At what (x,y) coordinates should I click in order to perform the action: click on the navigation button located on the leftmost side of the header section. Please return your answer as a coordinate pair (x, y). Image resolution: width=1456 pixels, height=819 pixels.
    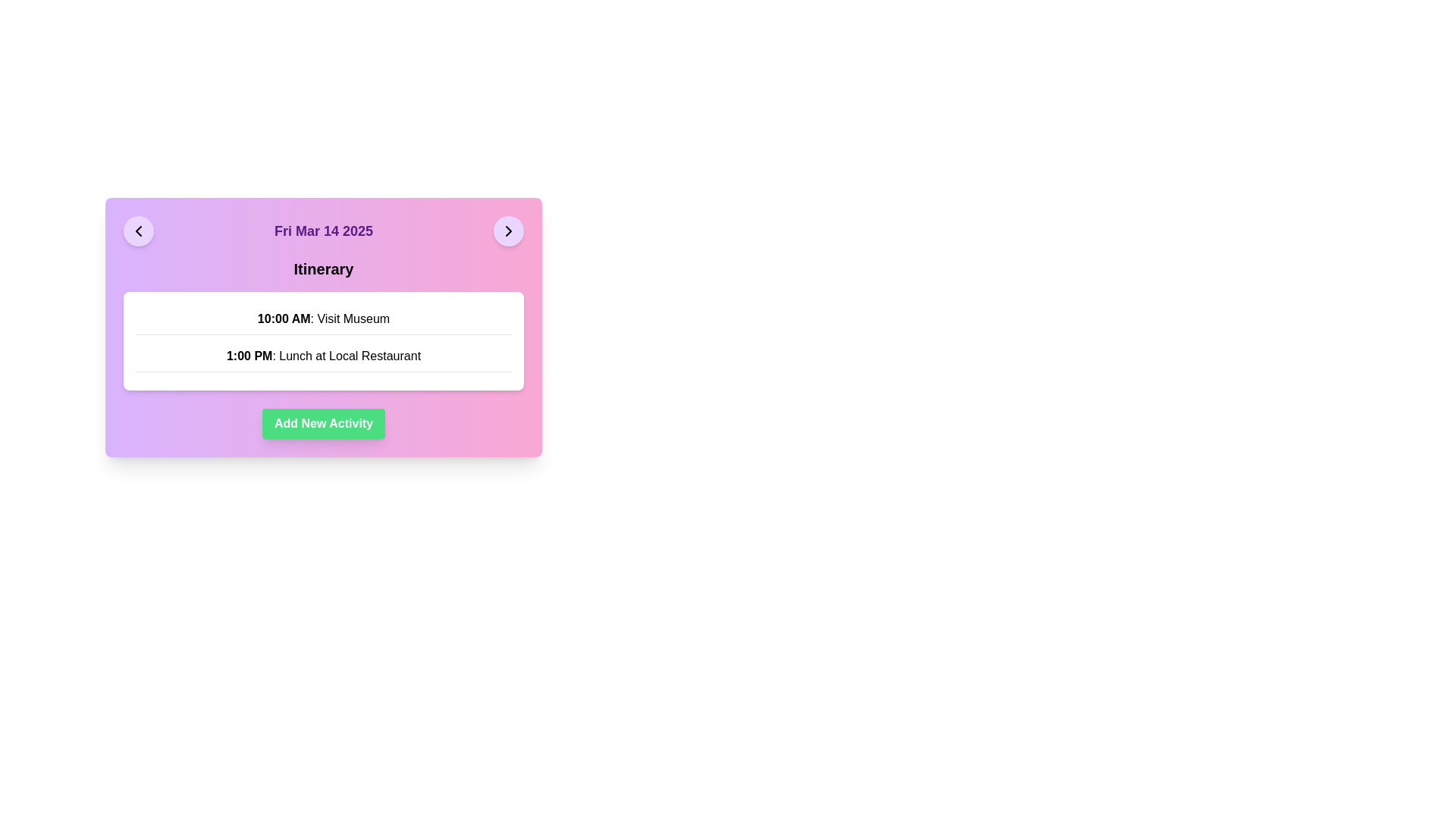
    Looking at the image, I should click on (138, 231).